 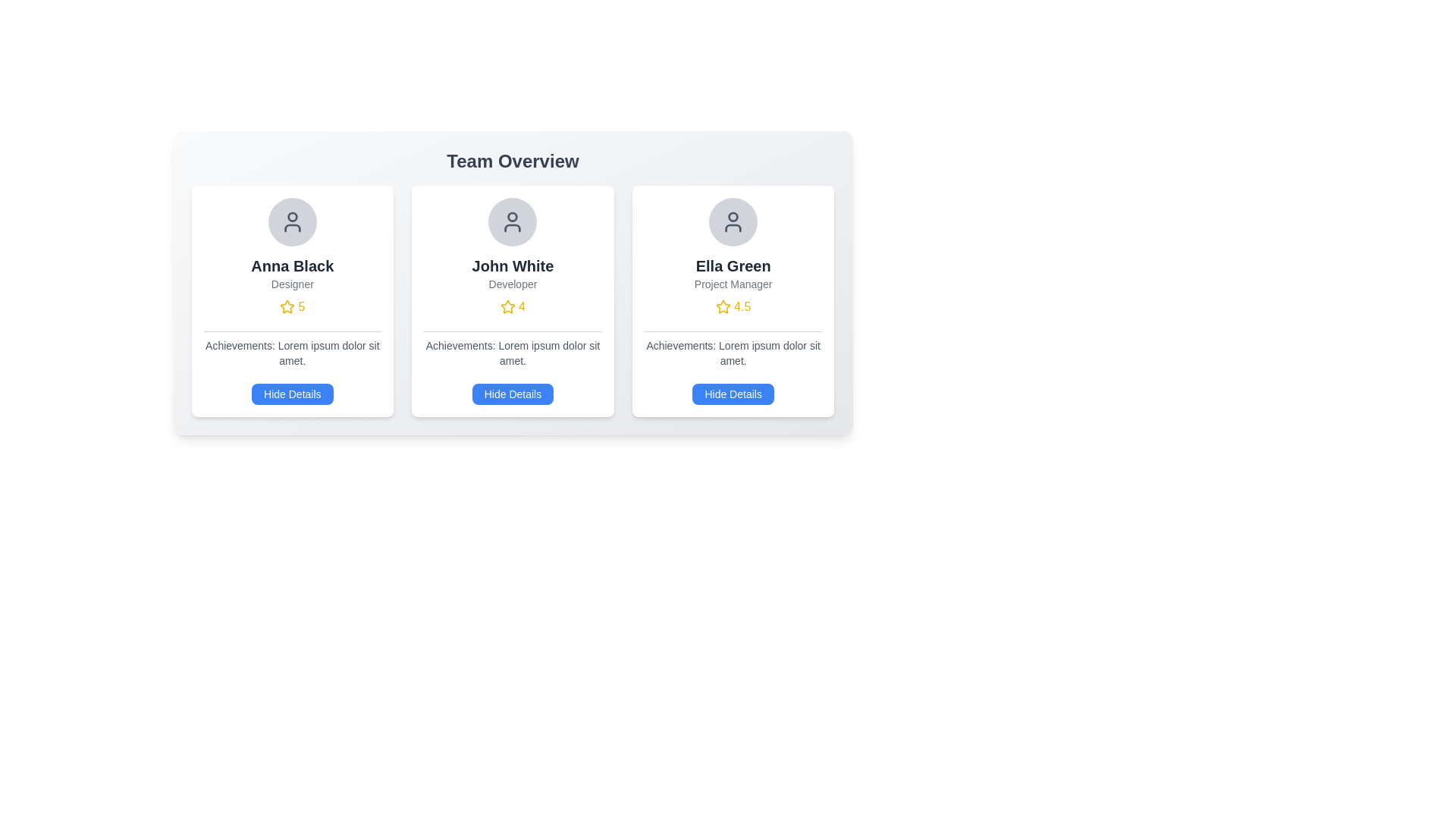 I want to click on the blue button labeled 'Hide Details' at the bottom of the card for Anna Black, so click(x=292, y=394).